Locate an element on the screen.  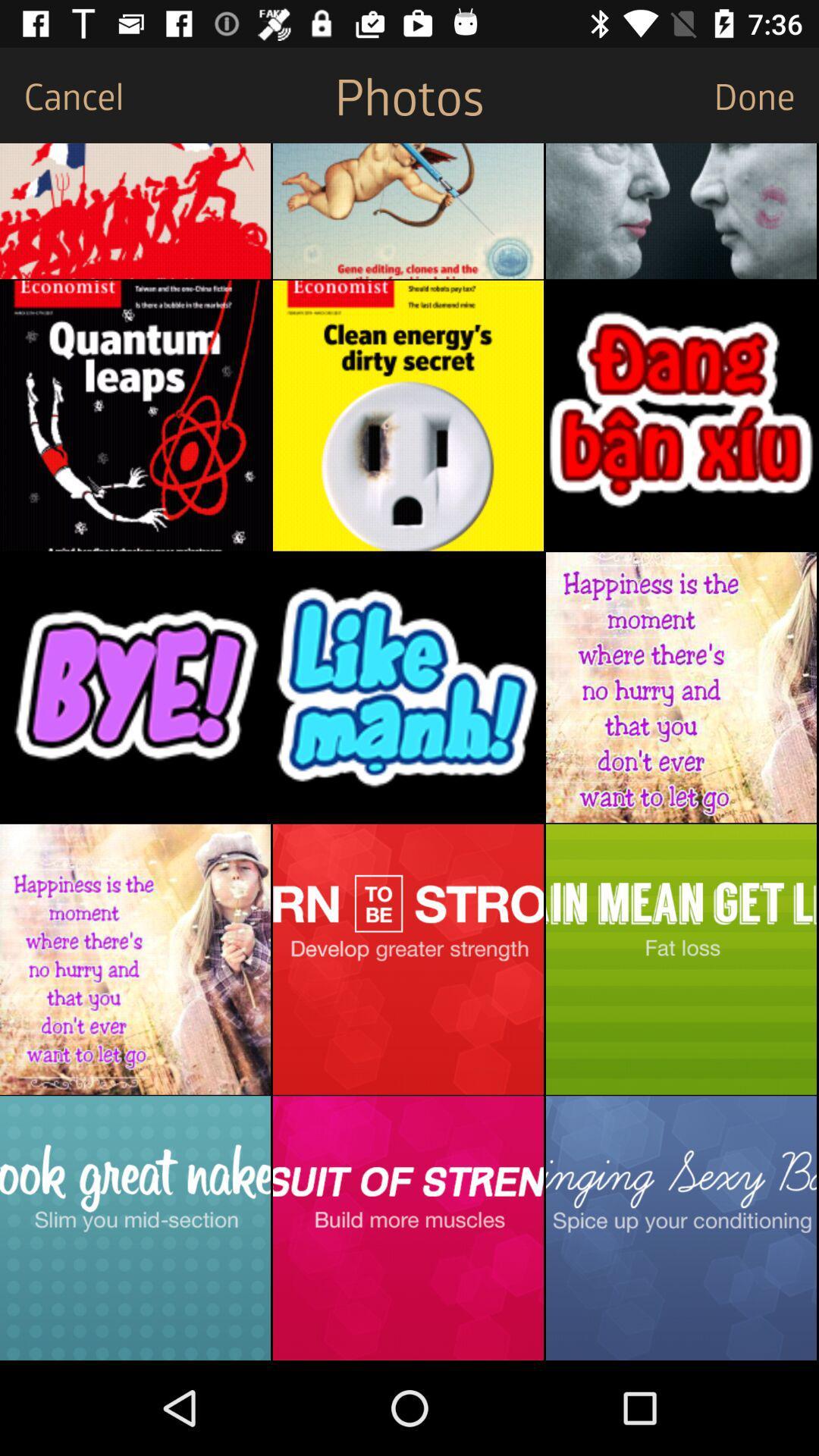
image is located at coordinates (134, 686).